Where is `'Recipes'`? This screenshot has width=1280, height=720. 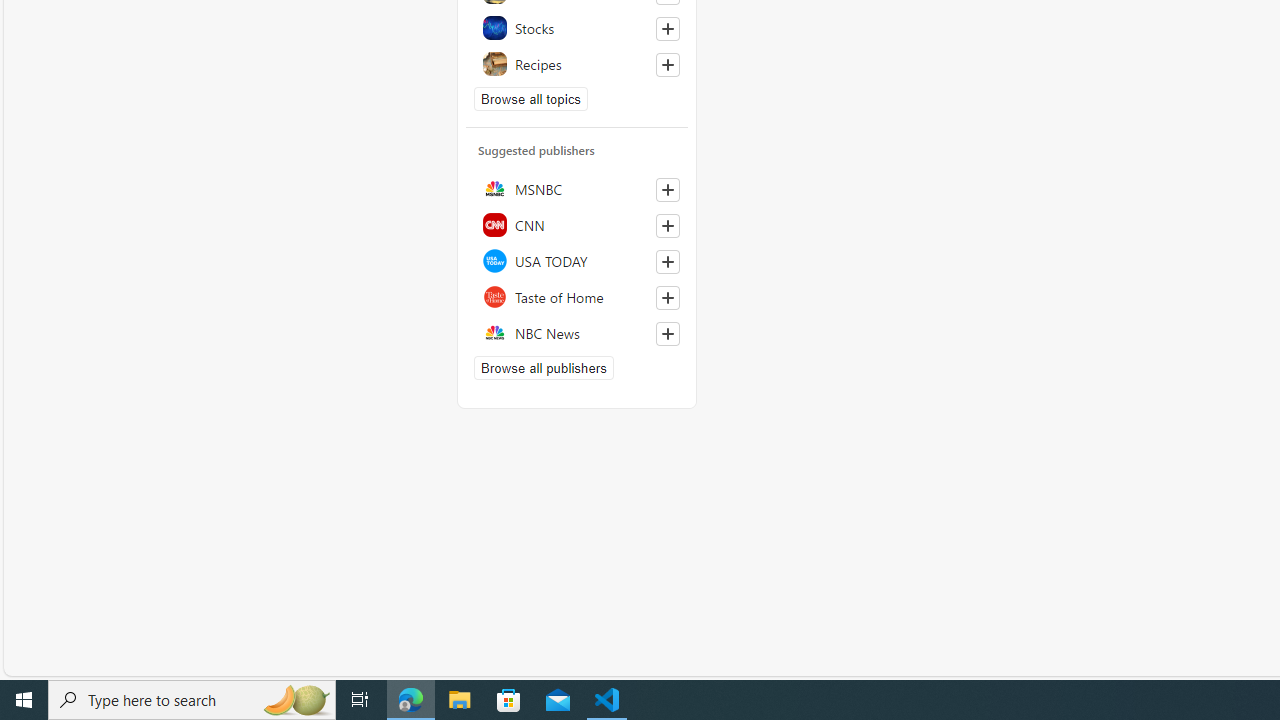
'Recipes' is located at coordinates (576, 62).